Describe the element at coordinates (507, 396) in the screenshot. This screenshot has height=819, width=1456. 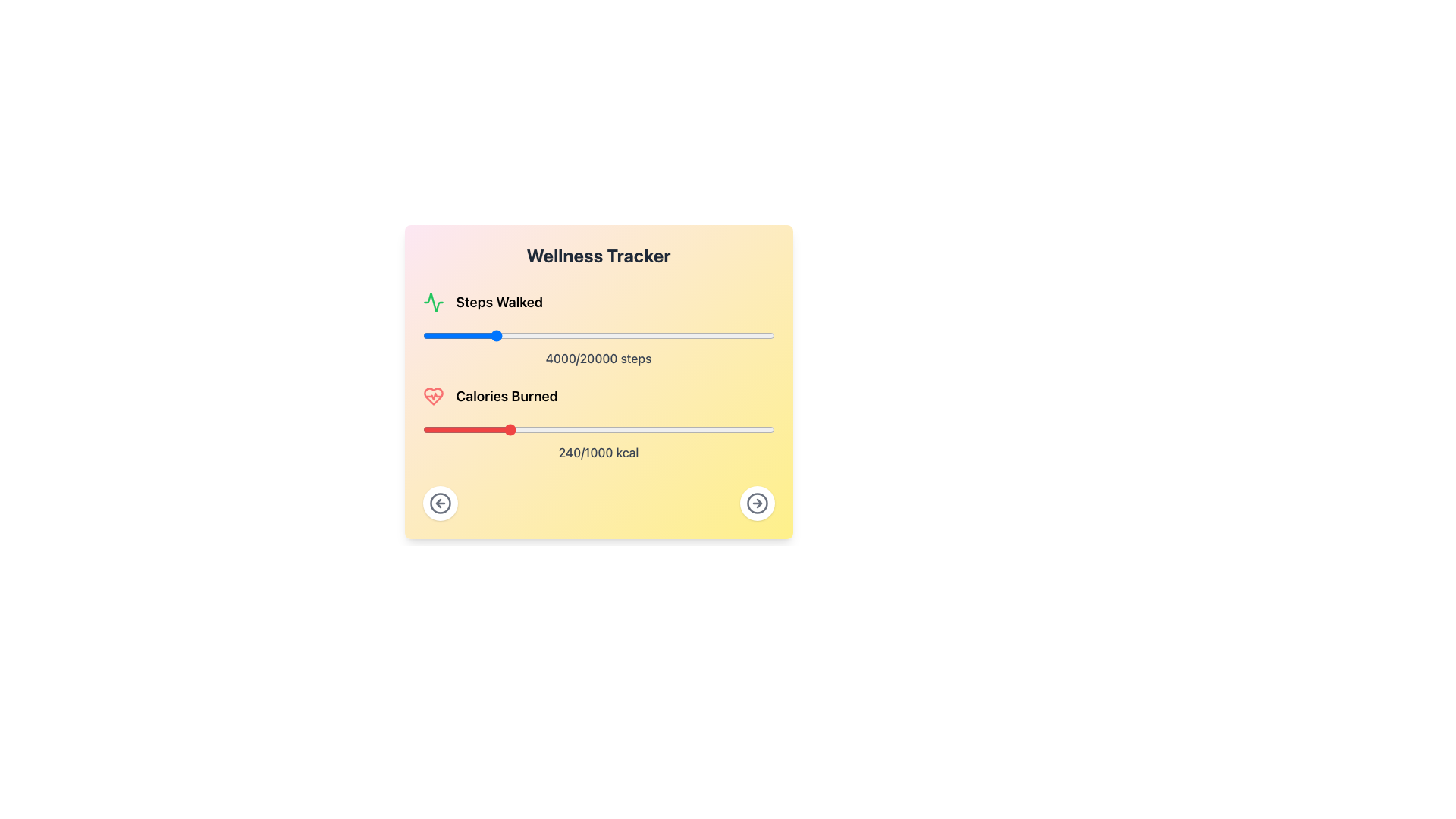
I see `the Text label indicating 'calories burned', which is located in the bottom section of the wellness tracker card, to the right of the red heart icon` at that location.